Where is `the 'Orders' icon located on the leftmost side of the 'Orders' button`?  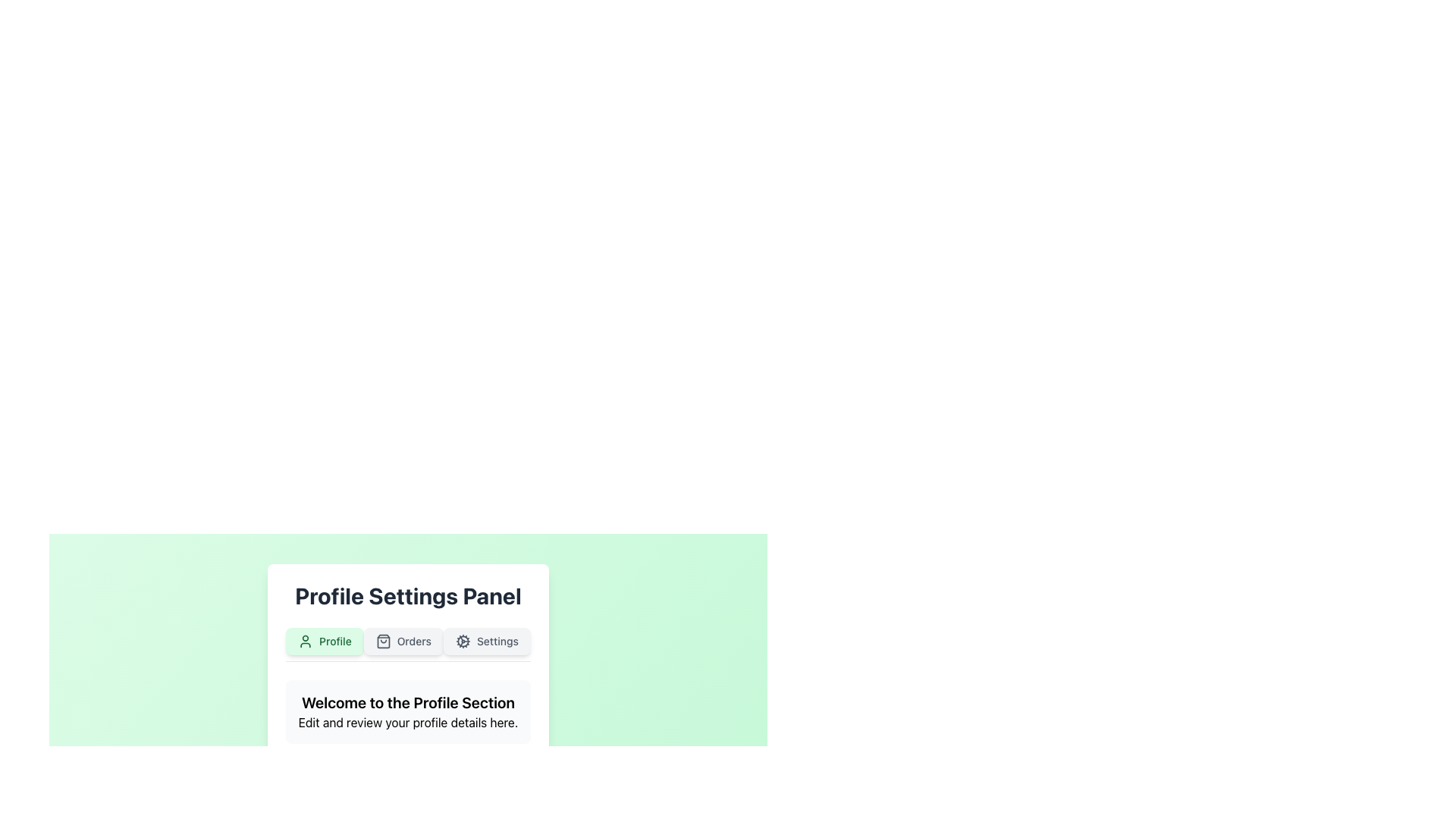
the 'Orders' icon located on the leftmost side of the 'Orders' button is located at coordinates (383, 641).